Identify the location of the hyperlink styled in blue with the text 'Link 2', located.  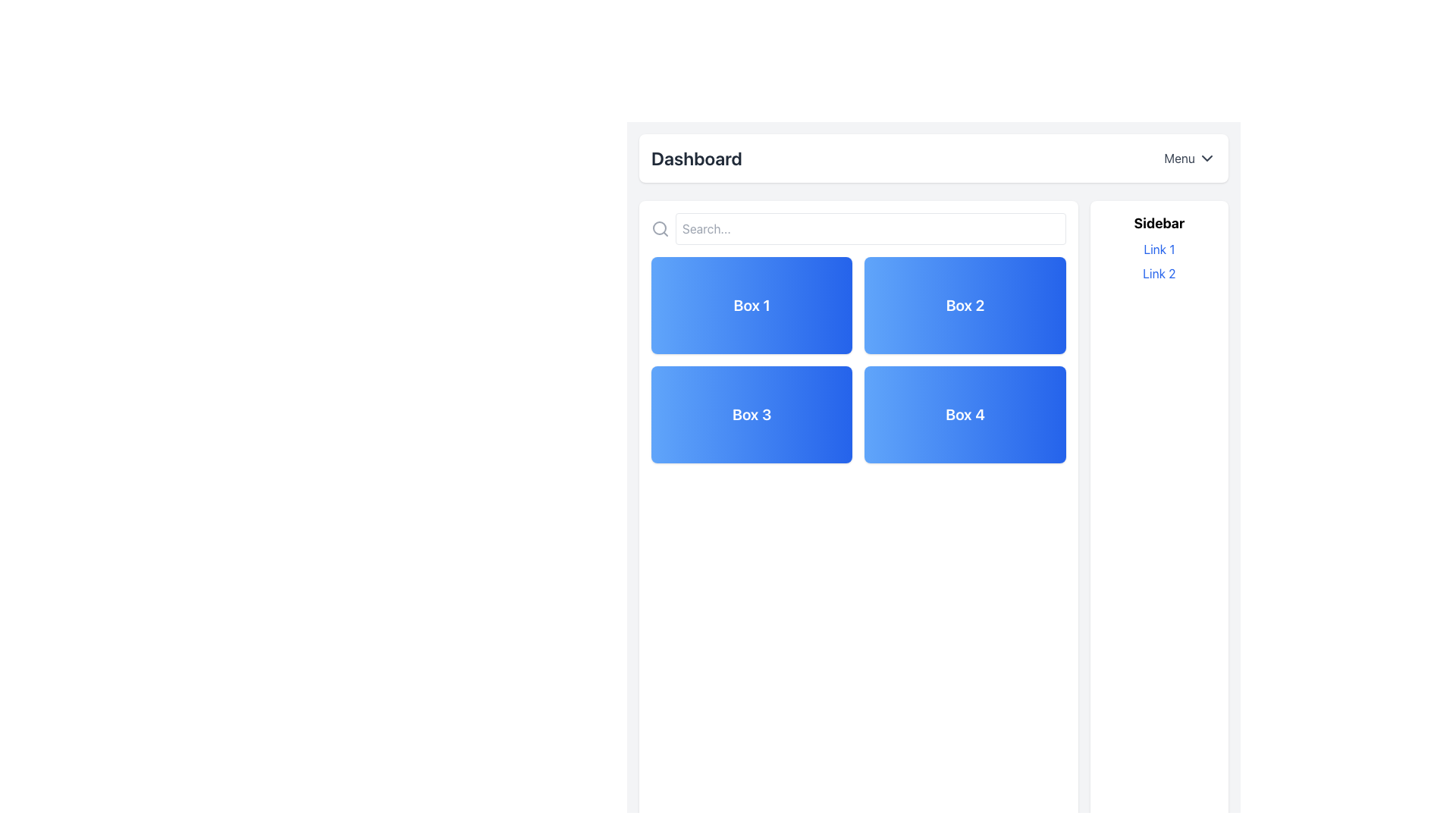
(1158, 274).